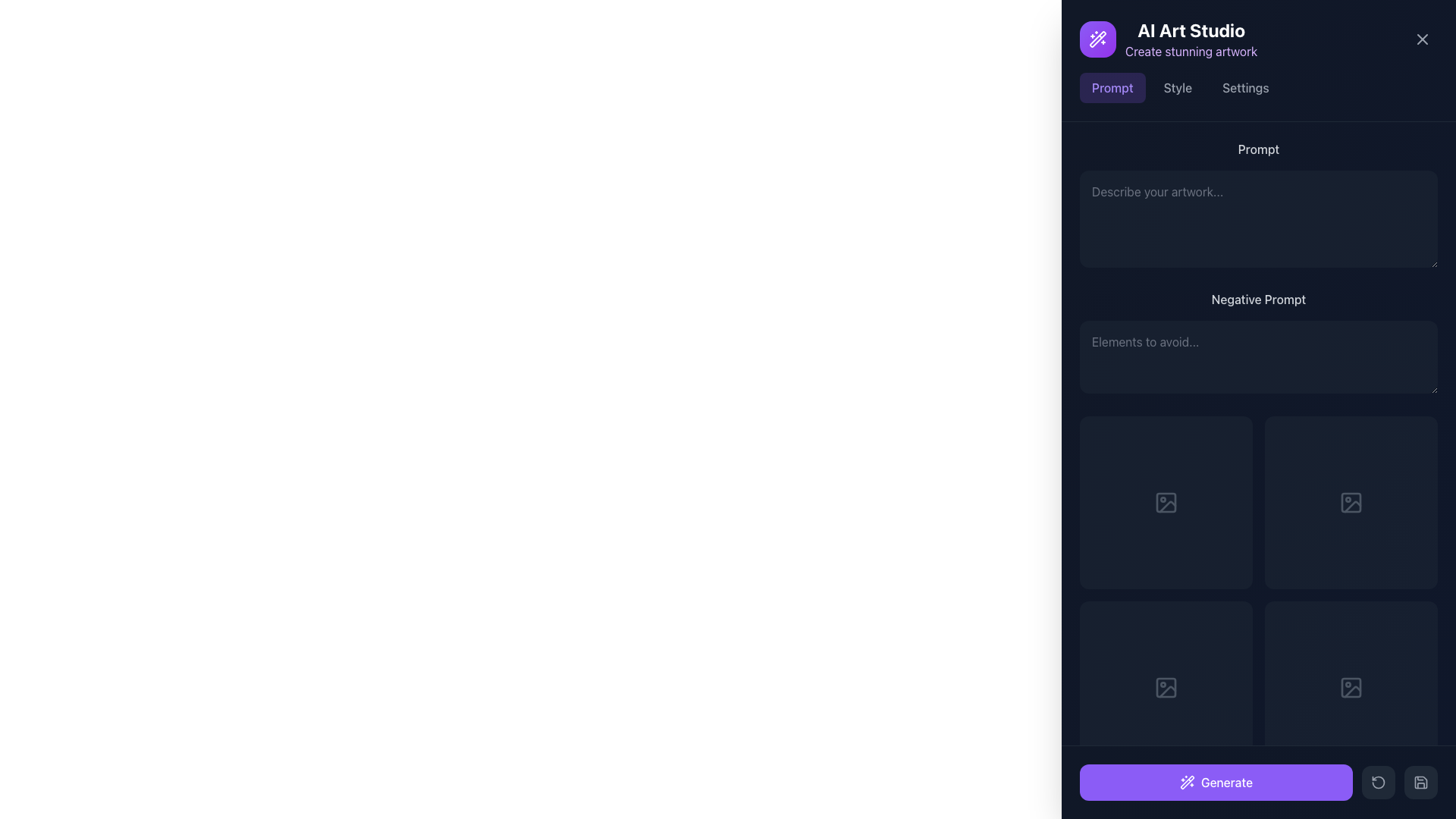 The width and height of the screenshot is (1456, 819). Describe the element at coordinates (1191, 51) in the screenshot. I see `the static text element that provides a descriptive subtitle for the 'AI Art Studio' section, located beneath the title text in the sidebar panel` at that location.